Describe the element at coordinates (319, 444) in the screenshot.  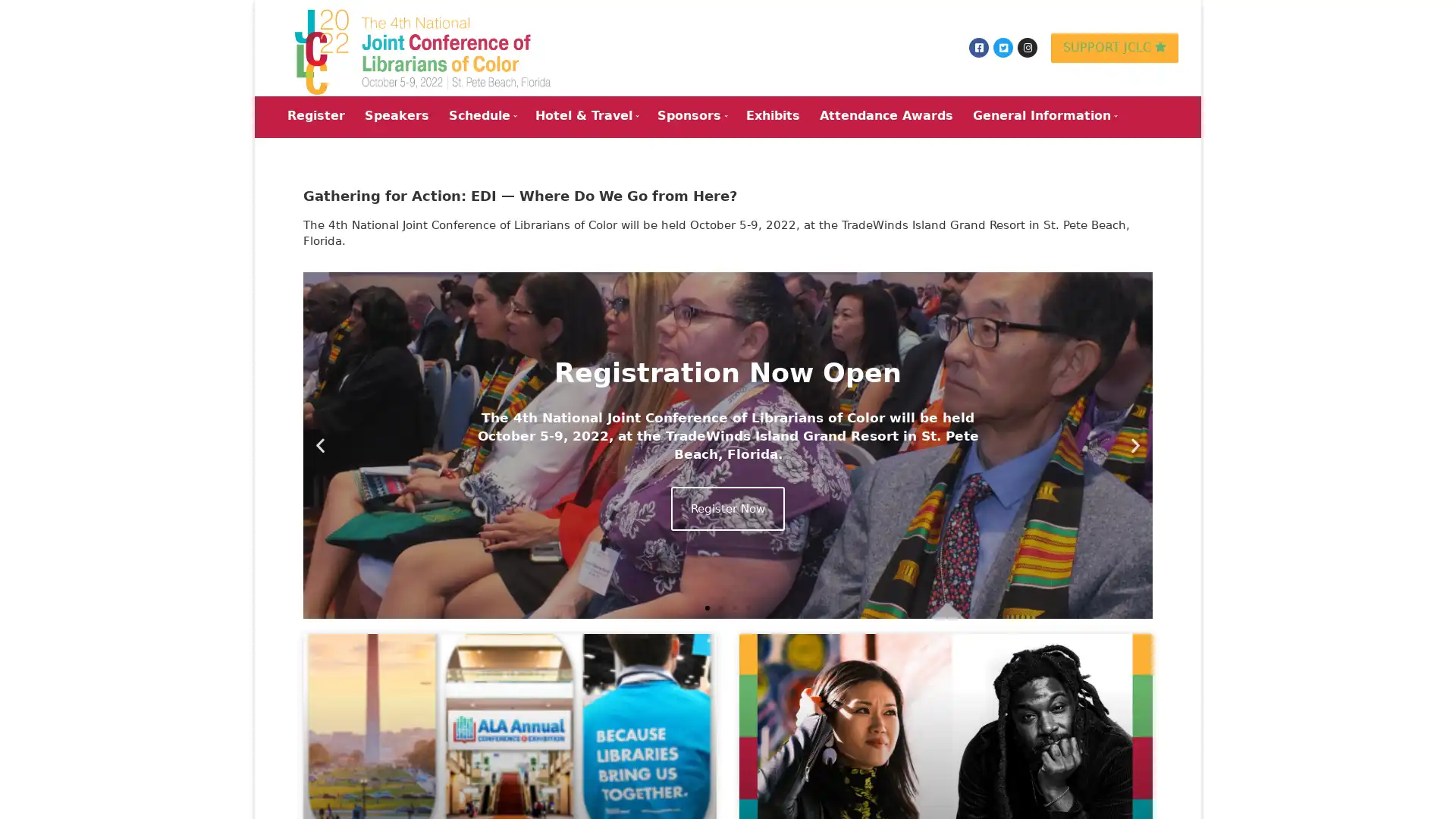
I see `Previous slide` at that location.